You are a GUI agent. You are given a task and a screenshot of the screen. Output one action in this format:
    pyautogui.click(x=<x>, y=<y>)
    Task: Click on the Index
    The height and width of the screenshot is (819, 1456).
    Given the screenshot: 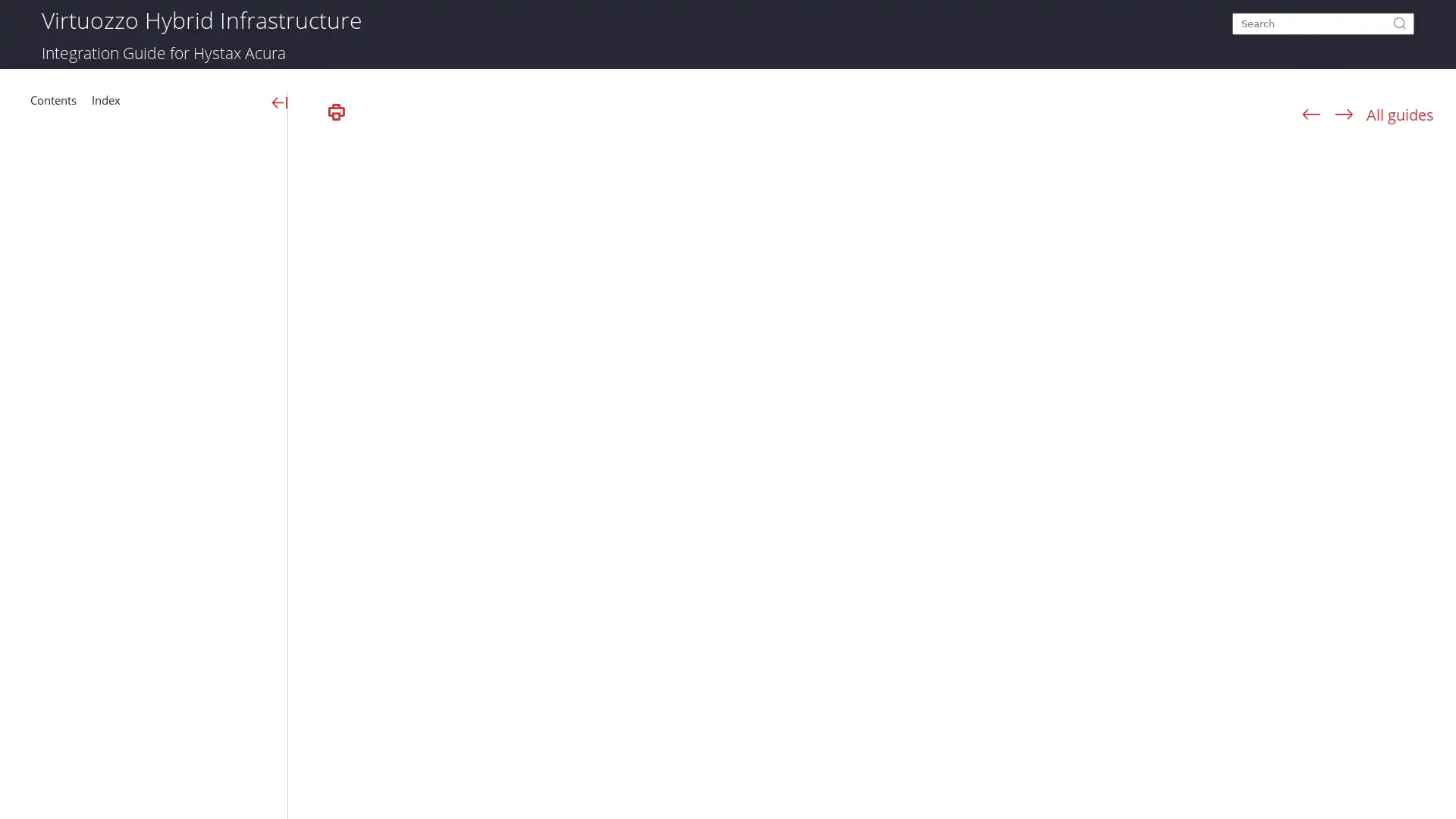 What is the action you would take?
    pyautogui.click(x=124, y=104)
    